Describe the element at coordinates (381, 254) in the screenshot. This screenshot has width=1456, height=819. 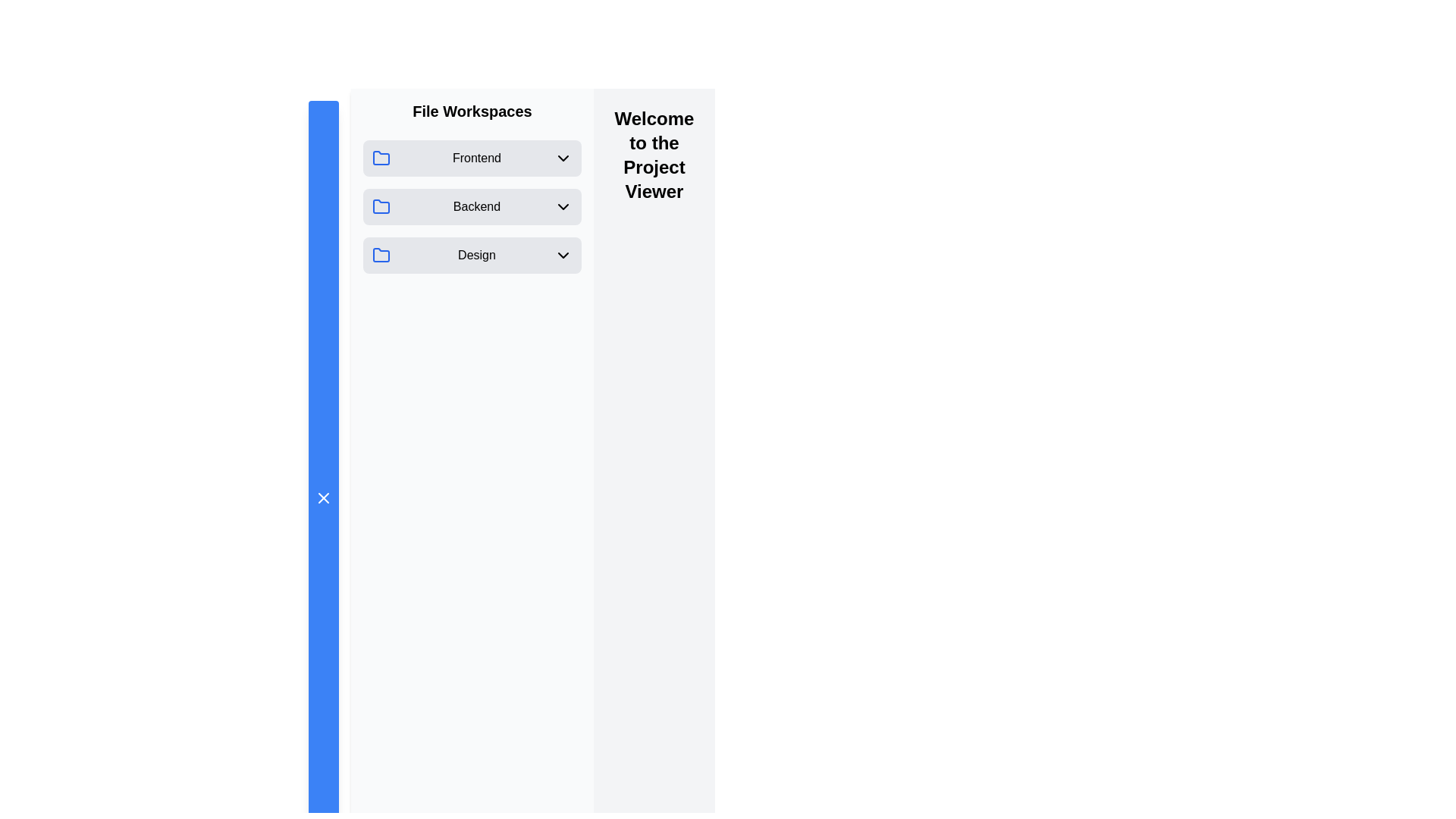
I see `the 'Design' workspace folder icon, which is the third folder icon in the 'File Workspaces' list, styled with clean blue lines and located in the sidebar menu` at that location.